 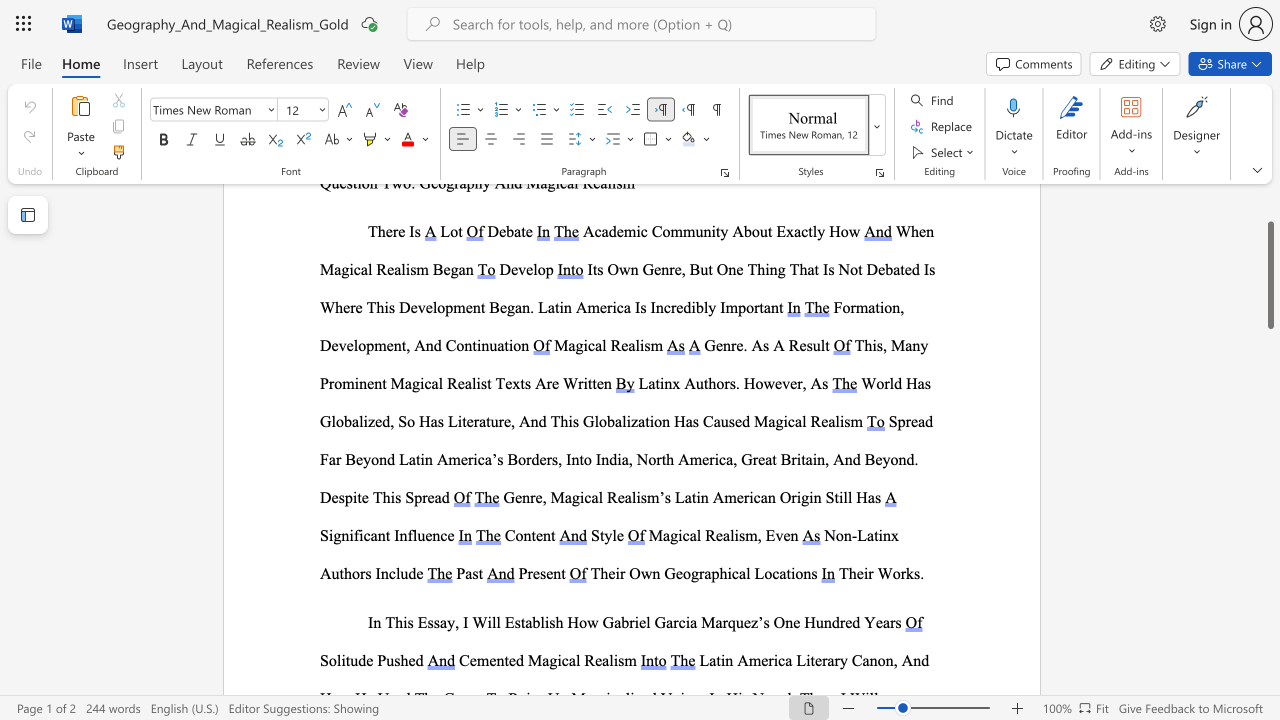 I want to click on the scrollbar to move the page down, so click(x=1269, y=348).